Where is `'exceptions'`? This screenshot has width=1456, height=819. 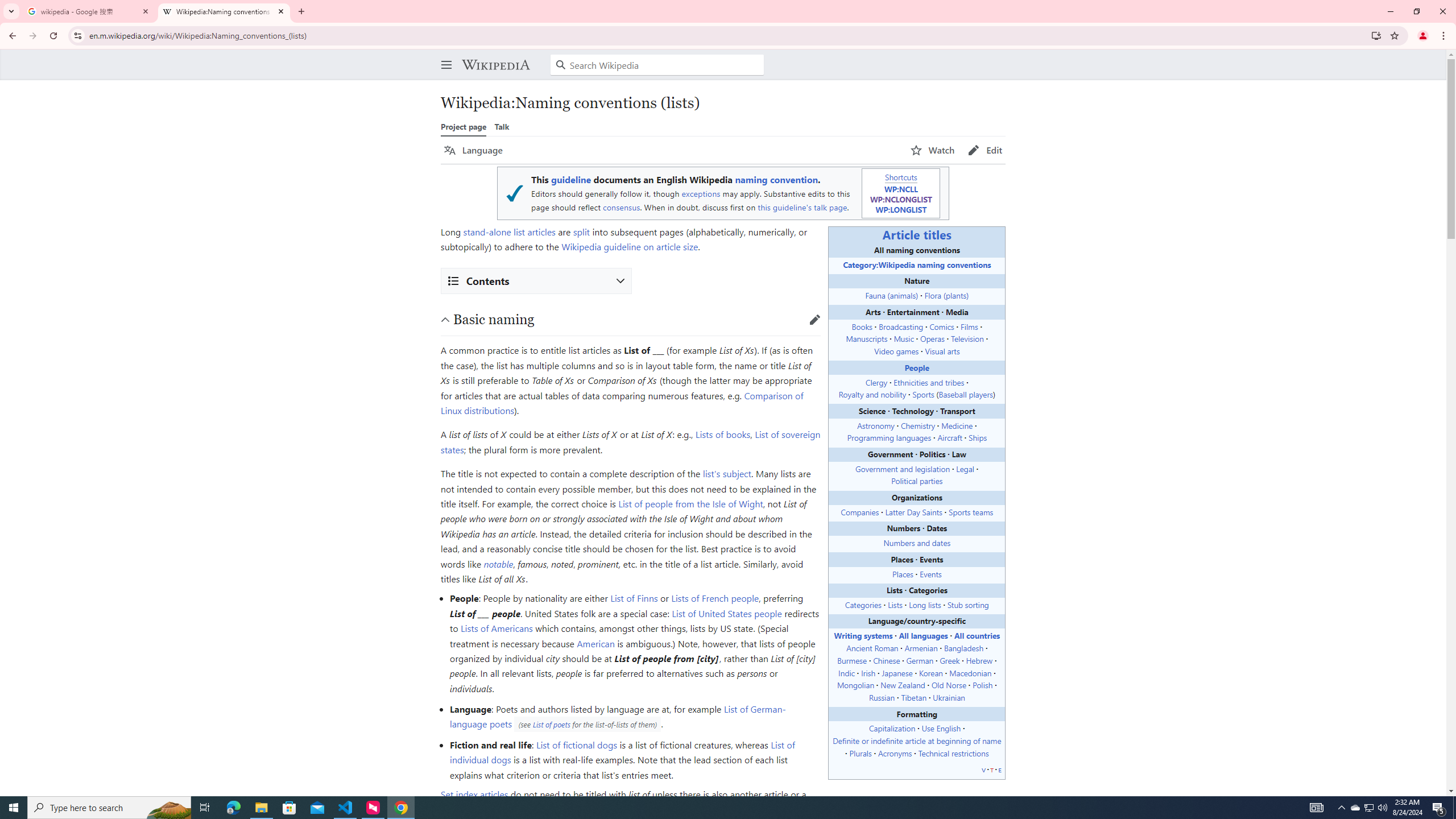
'exceptions' is located at coordinates (700, 193).